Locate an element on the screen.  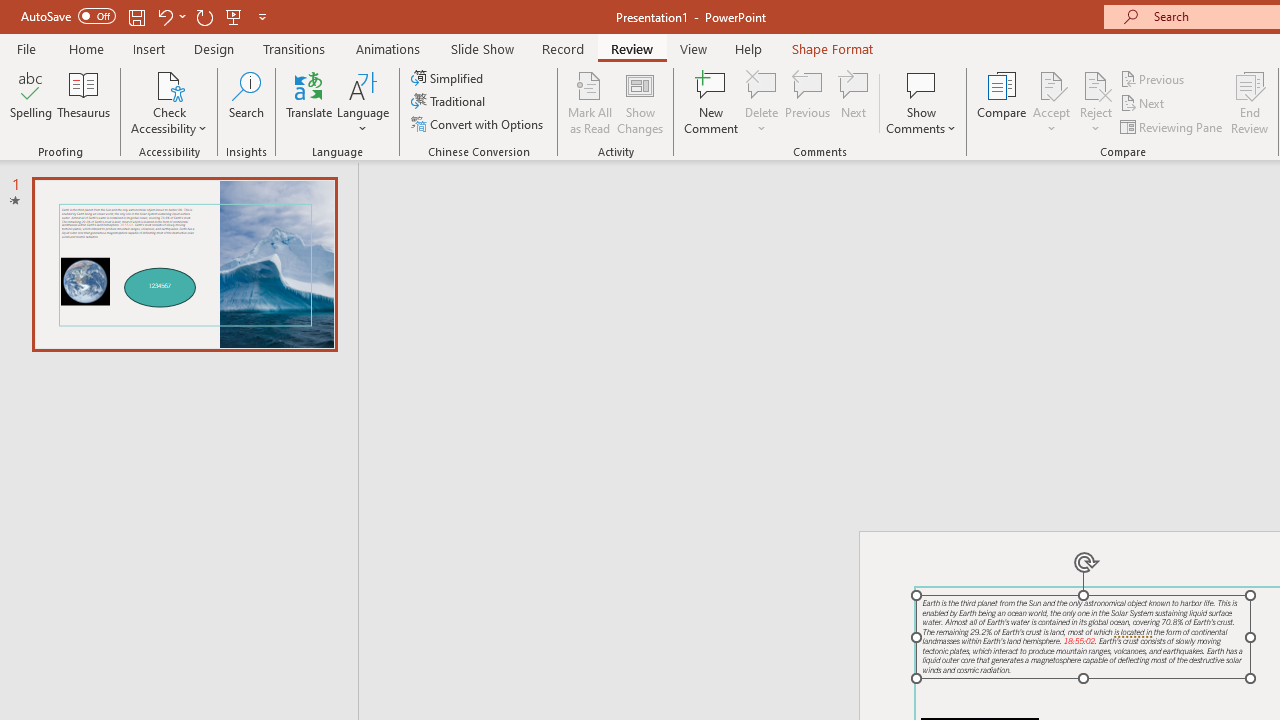
'Show Changes' is located at coordinates (640, 103).